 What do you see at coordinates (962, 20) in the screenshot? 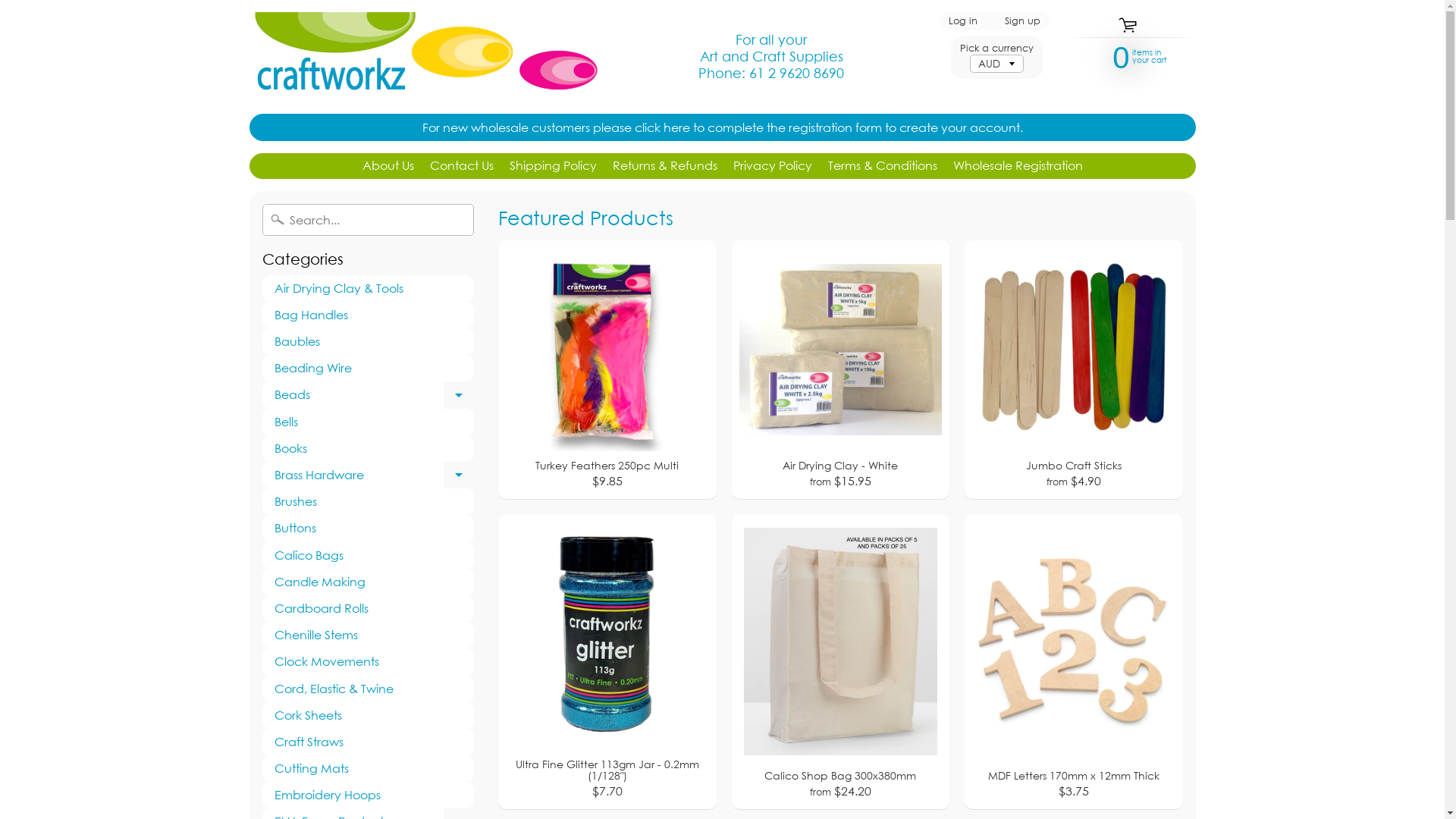
I see `'Log in'` at bounding box center [962, 20].